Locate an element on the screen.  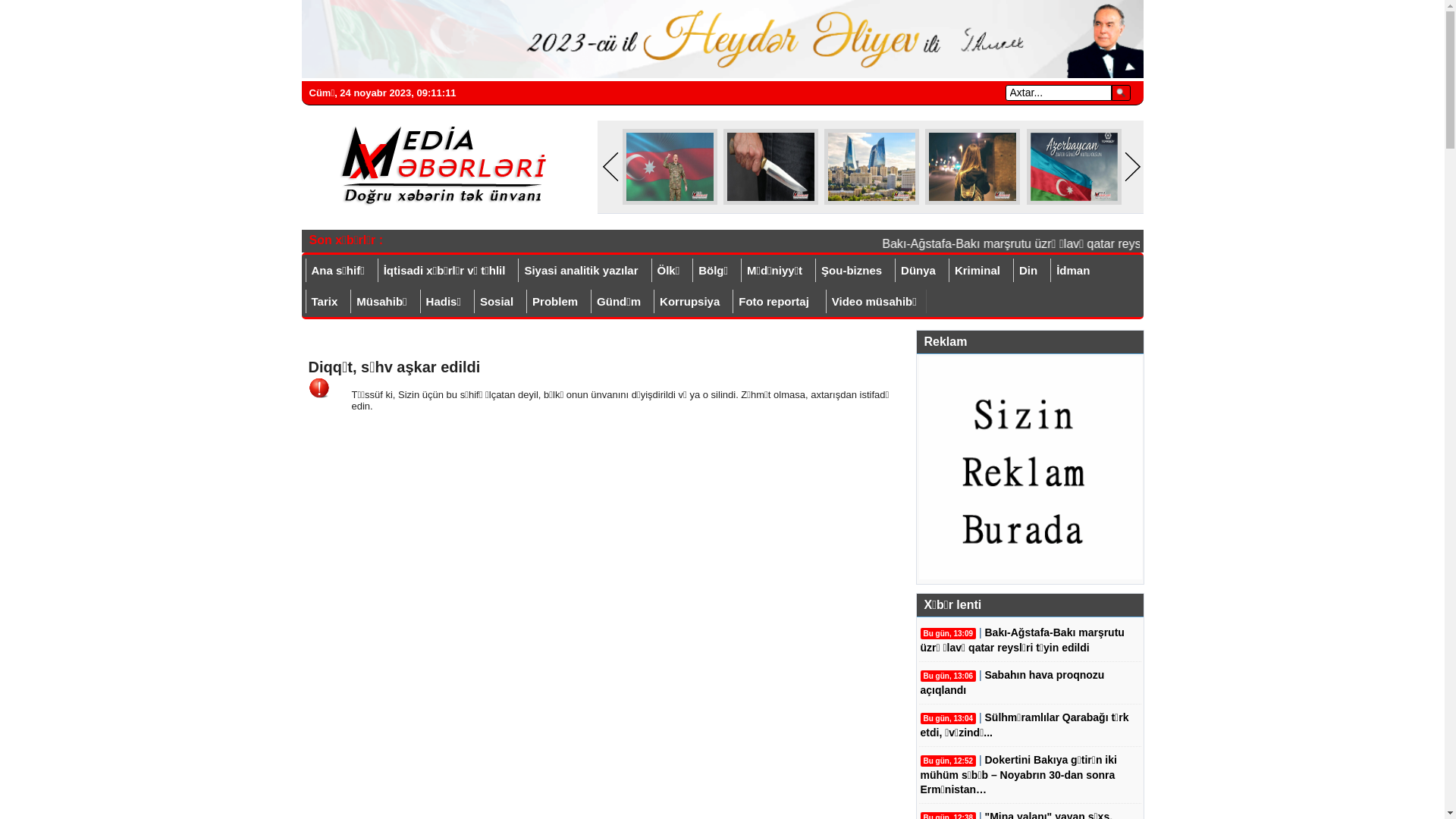
'Sosial' is located at coordinates (496, 301).